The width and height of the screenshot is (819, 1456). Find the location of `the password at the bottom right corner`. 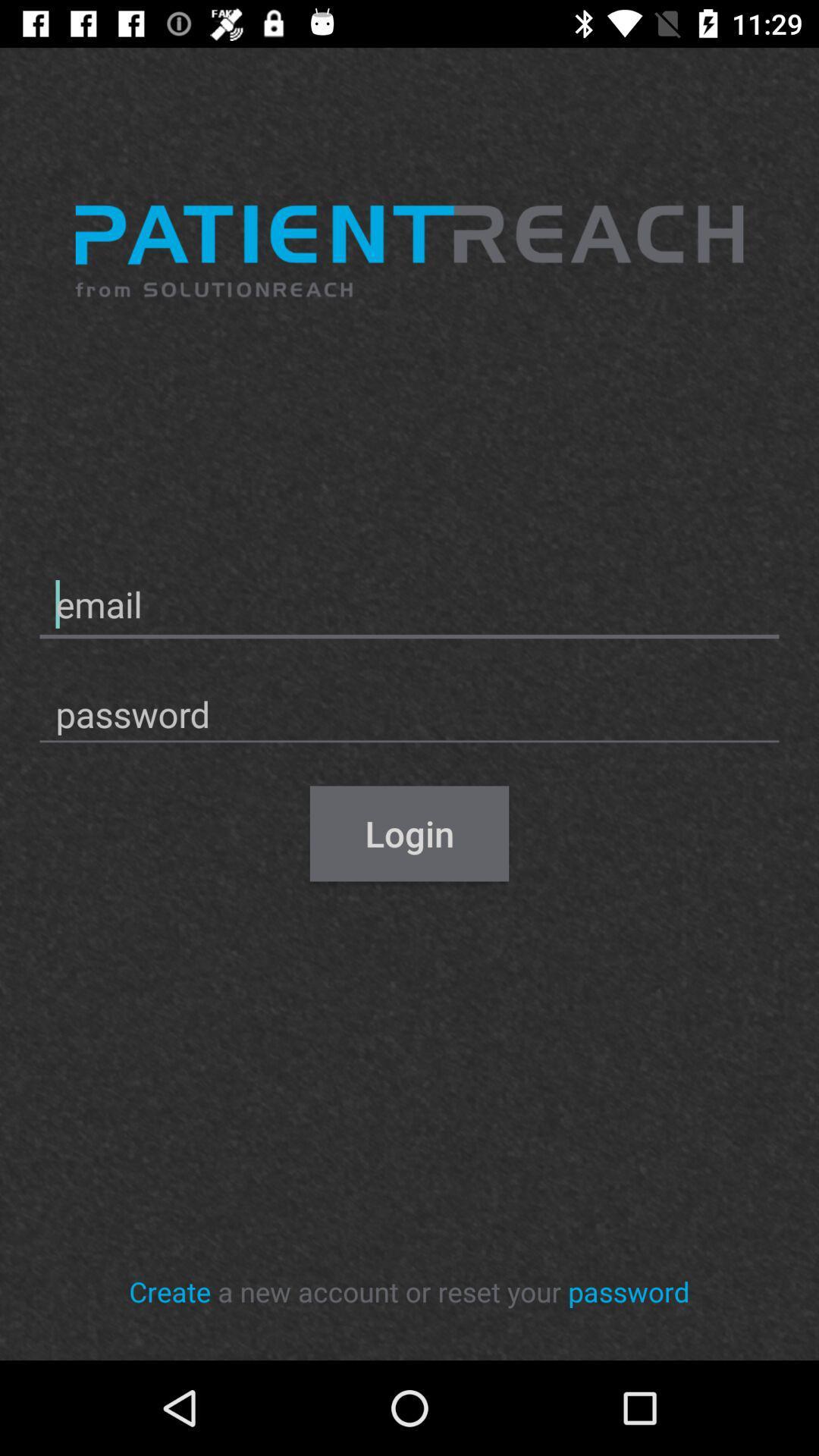

the password at the bottom right corner is located at coordinates (629, 1291).